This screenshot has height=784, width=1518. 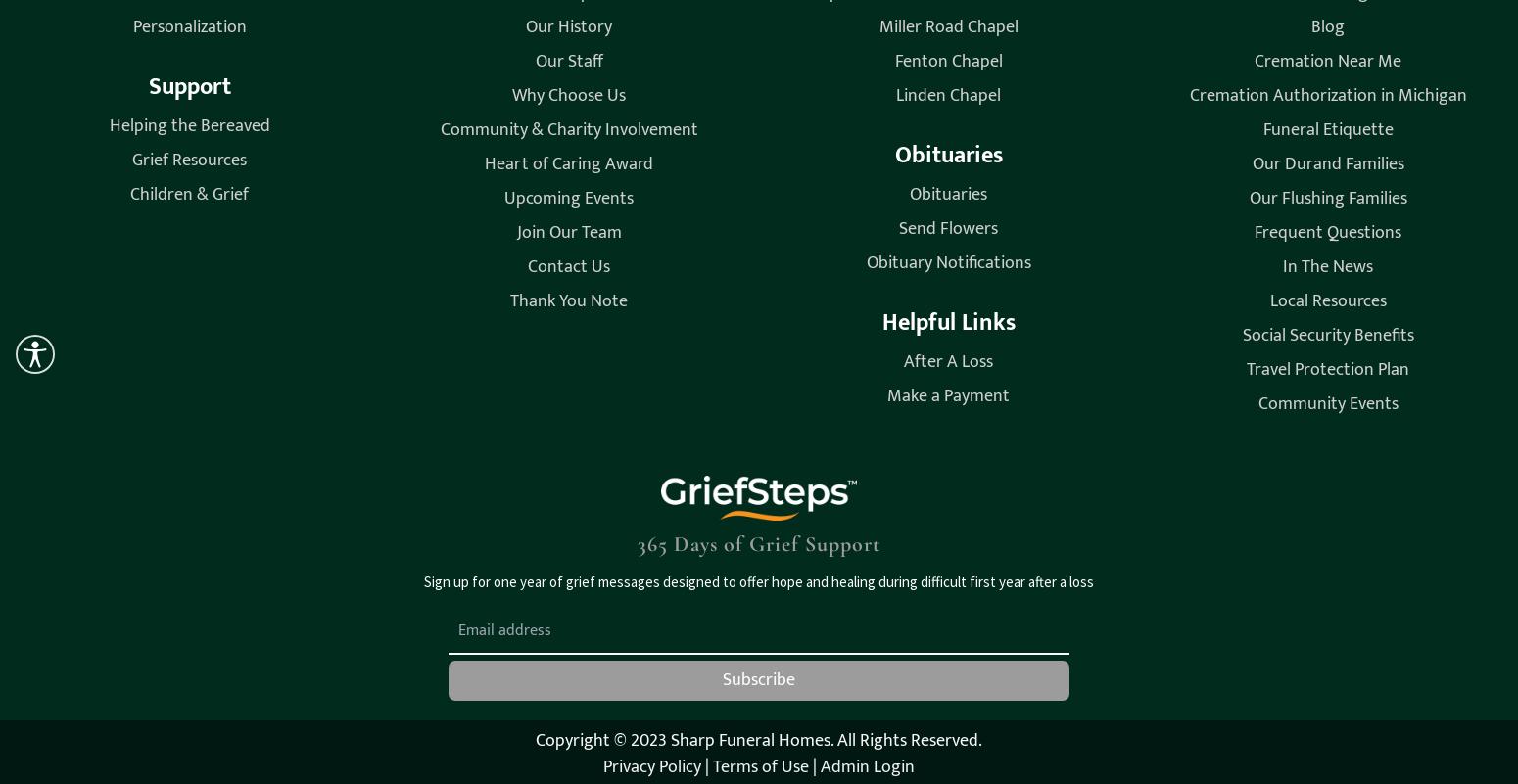 What do you see at coordinates (187, 123) in the screenshot?
I see `'Helping the Bereaved'` at bounding box center [187, 123].